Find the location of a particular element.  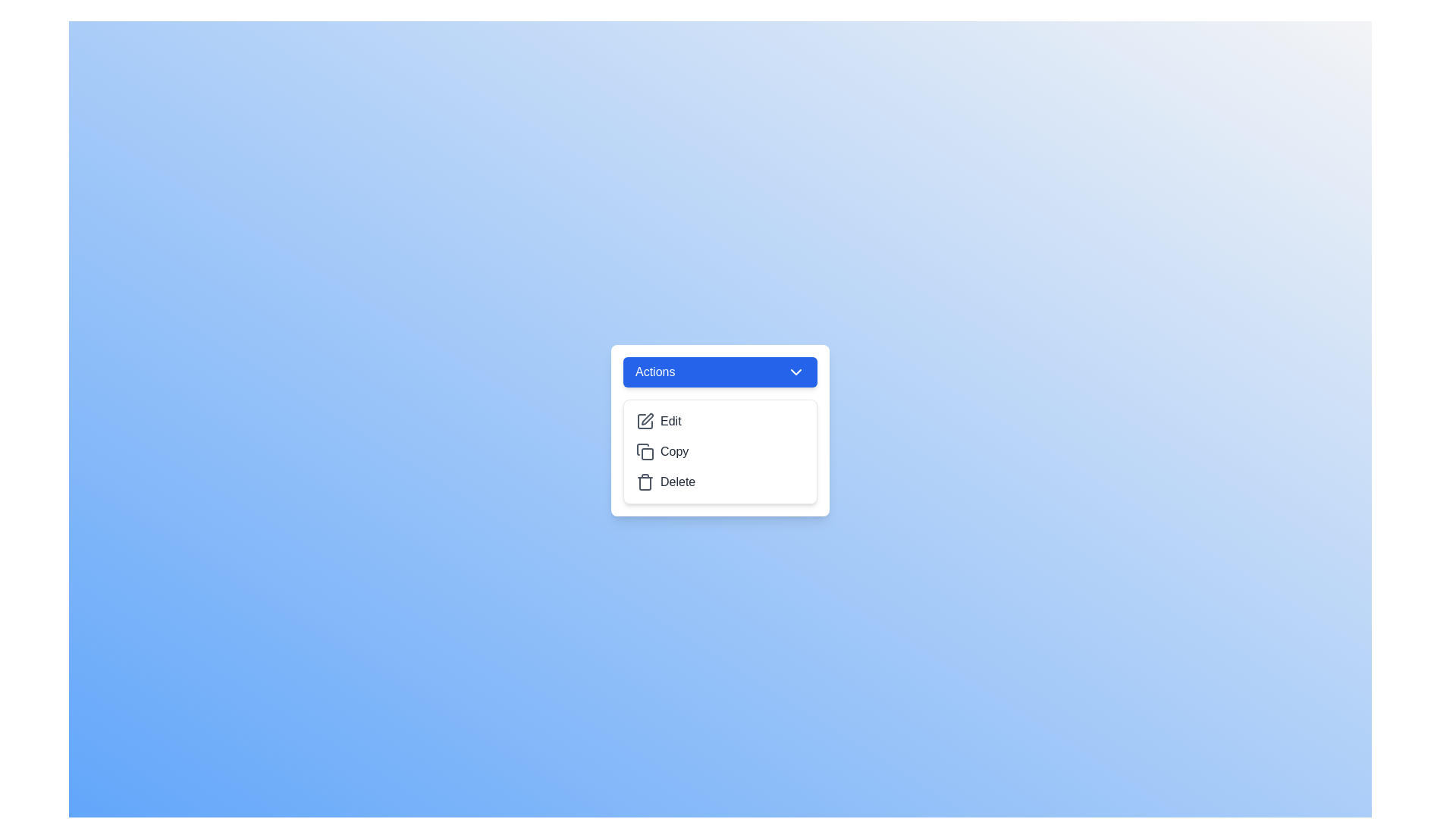

to select the 'Copy' option from the dropdown menu labeled 'Actions', which is the second item in the list between 'Edit' and 'Delete' is located at coordinates (720, 451).